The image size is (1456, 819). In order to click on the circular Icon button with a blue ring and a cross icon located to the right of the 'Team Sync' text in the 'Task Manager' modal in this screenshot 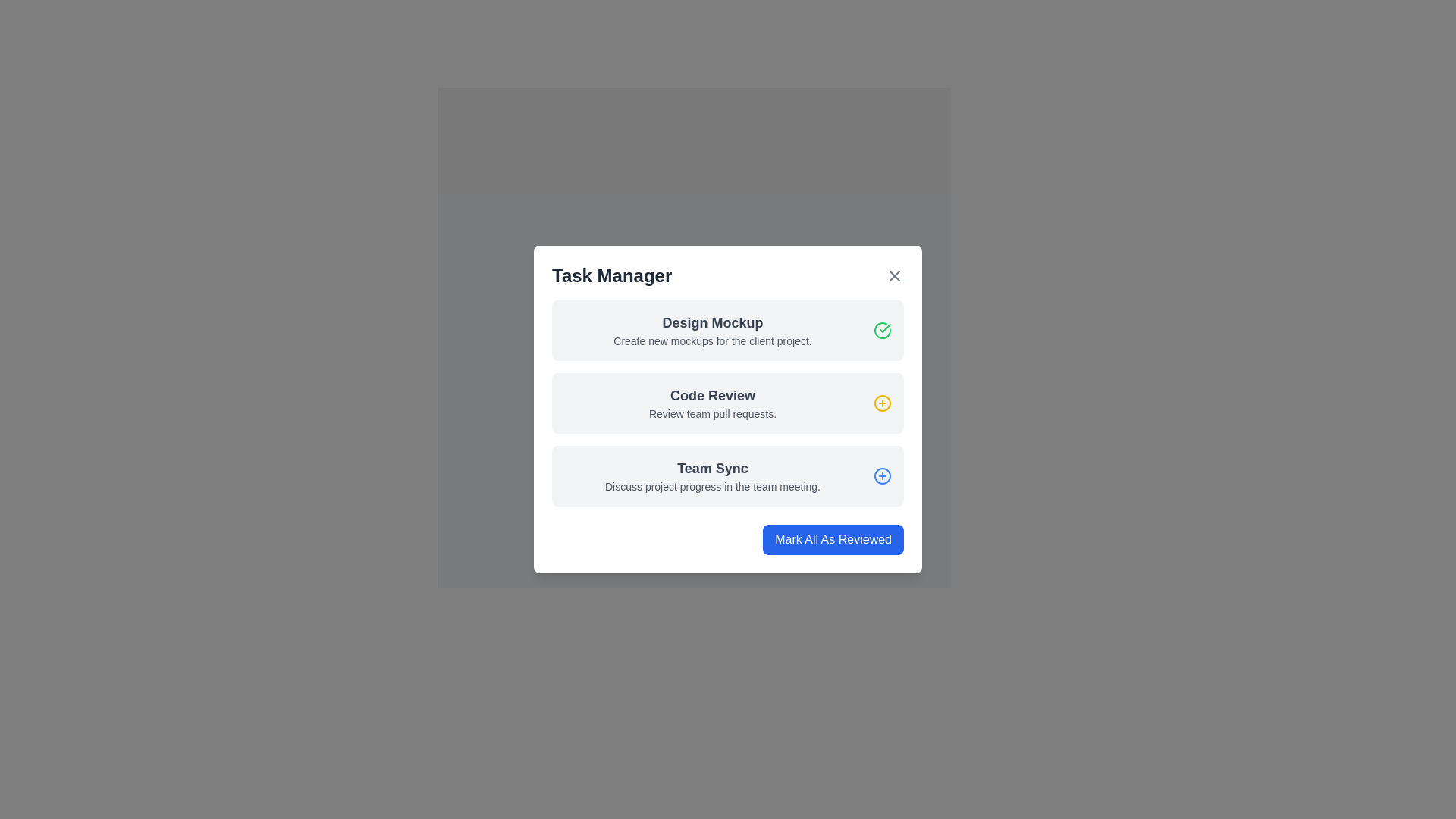, I will do `click(882, 475)`.